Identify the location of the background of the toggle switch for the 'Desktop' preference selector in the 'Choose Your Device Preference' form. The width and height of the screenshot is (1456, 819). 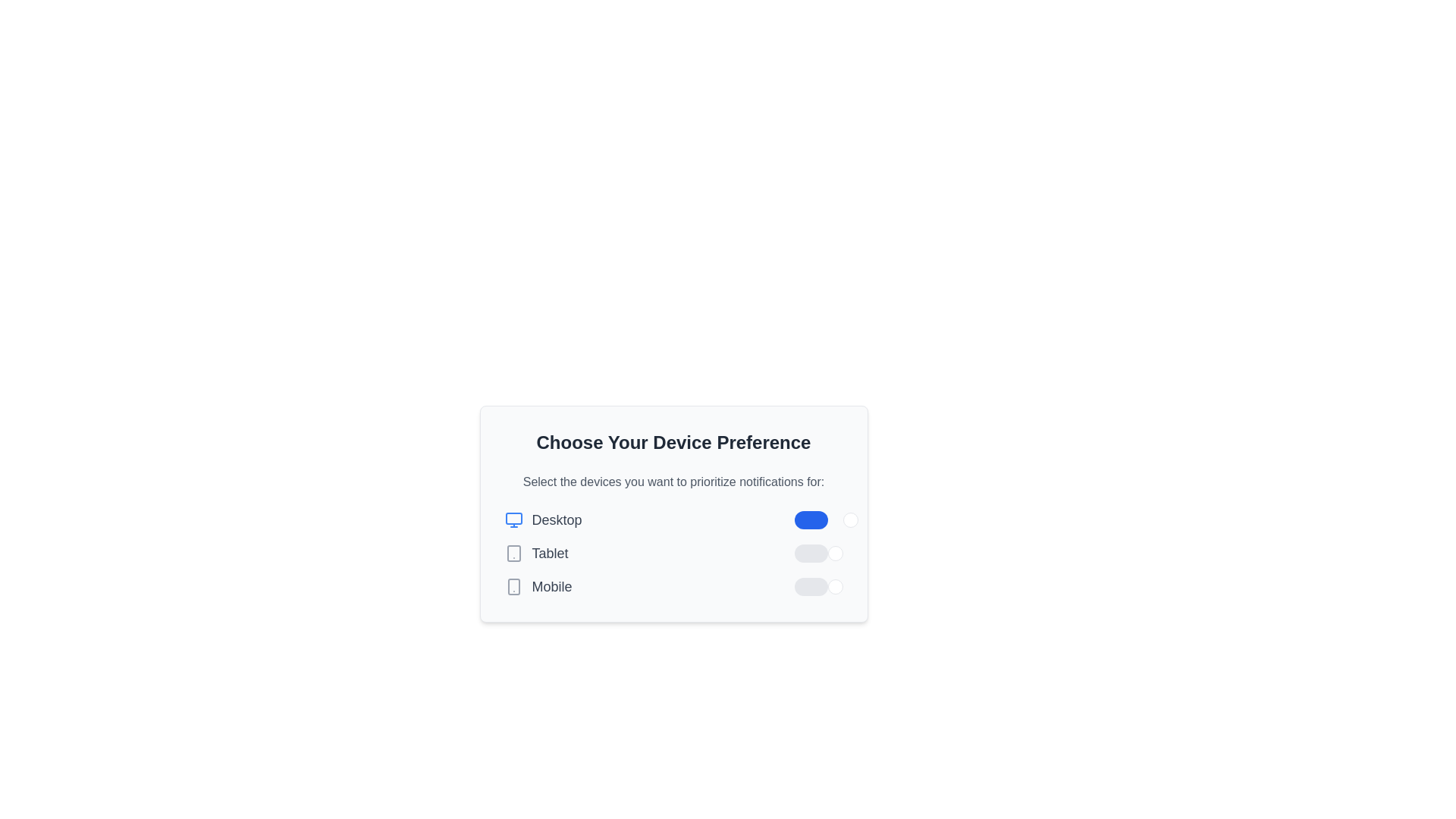
(810, 519).